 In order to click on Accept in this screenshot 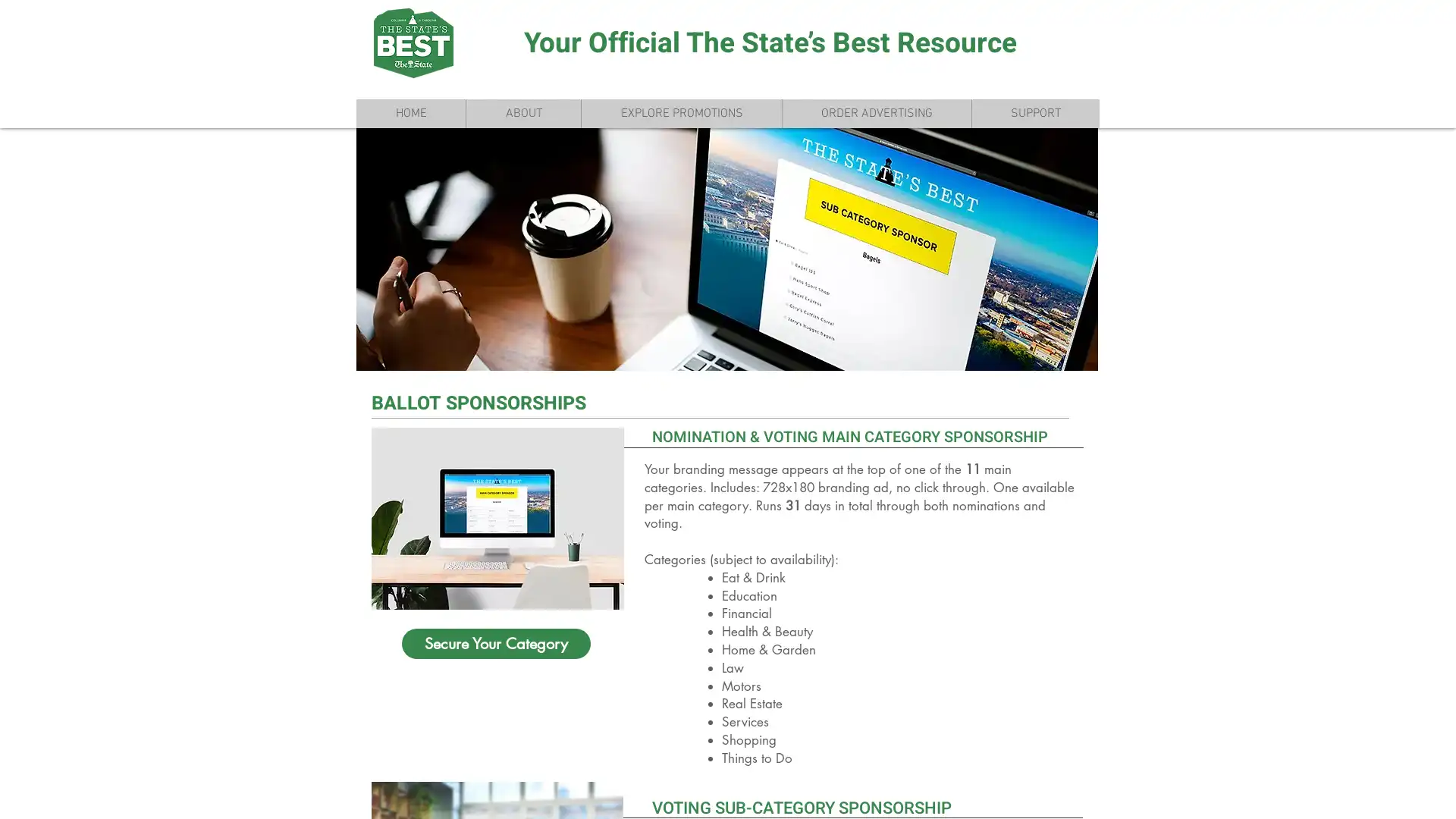, I will do `click(1388, 794)`.